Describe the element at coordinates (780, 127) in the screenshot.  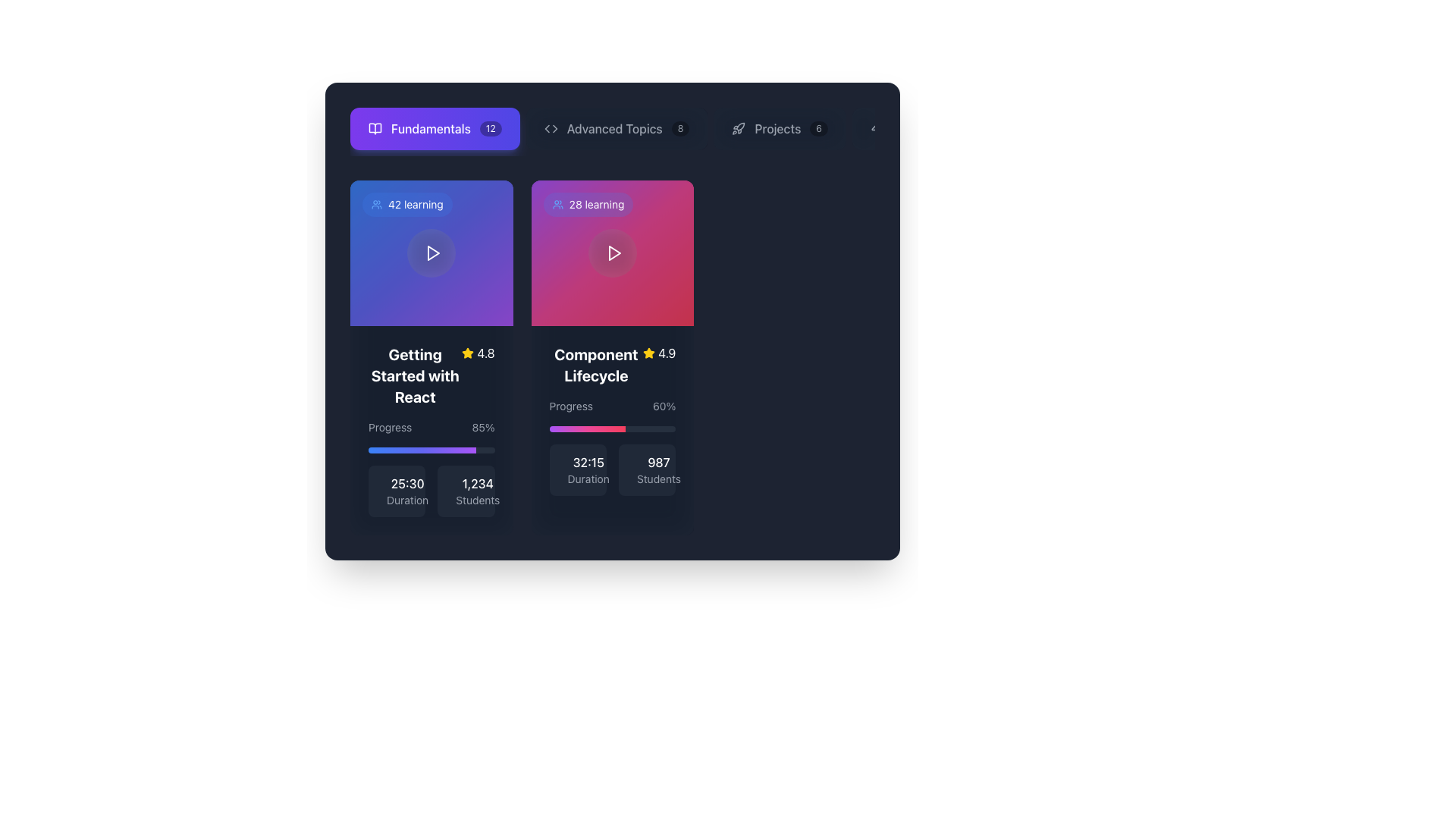
I see `the third button in the horizontal menu bar that navigates to the 'Projects' section` at that location.